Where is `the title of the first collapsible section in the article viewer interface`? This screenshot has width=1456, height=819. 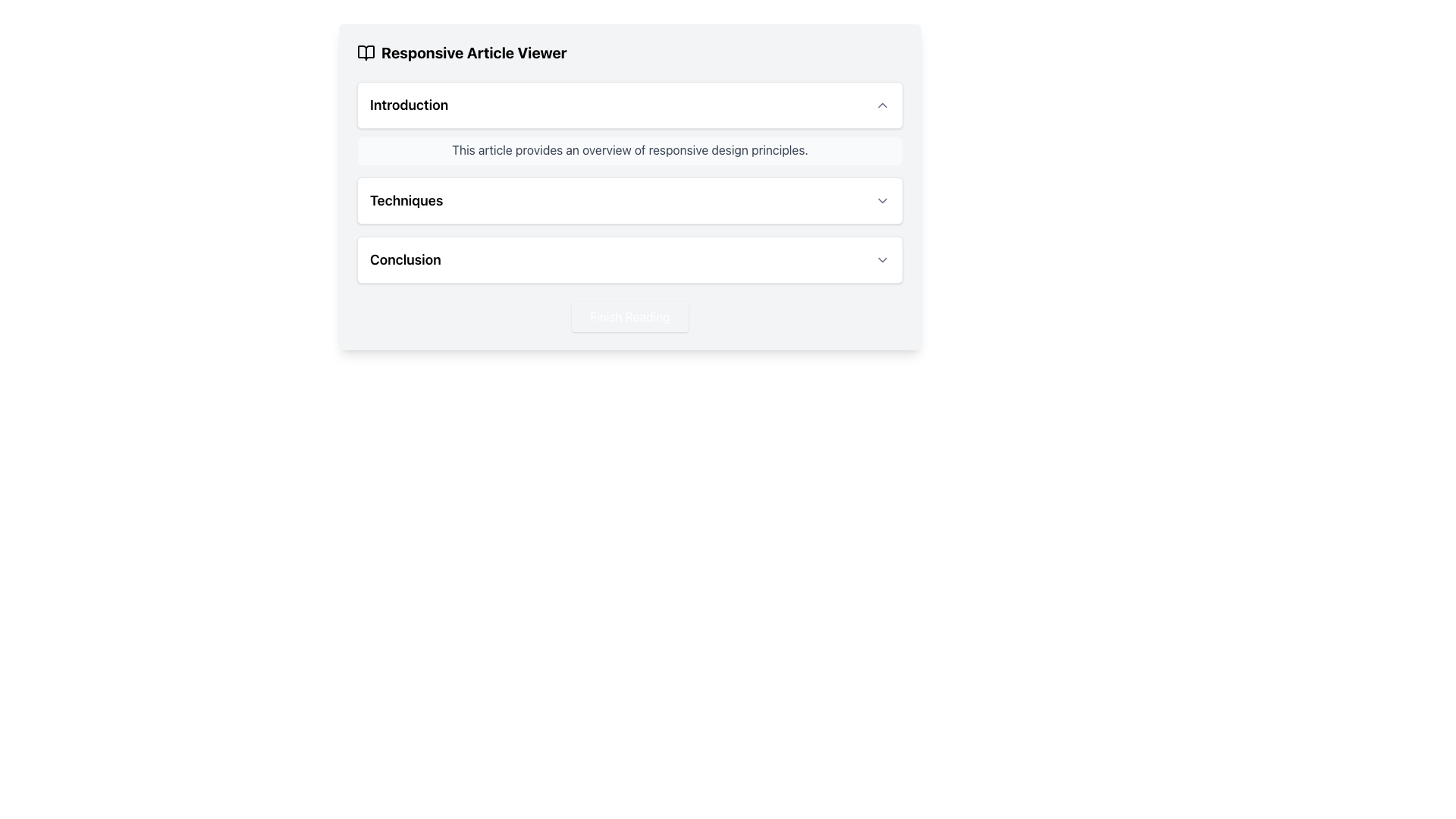
the title of the first collapsible section in the article viewer interface is located at coordinates (629, 122).